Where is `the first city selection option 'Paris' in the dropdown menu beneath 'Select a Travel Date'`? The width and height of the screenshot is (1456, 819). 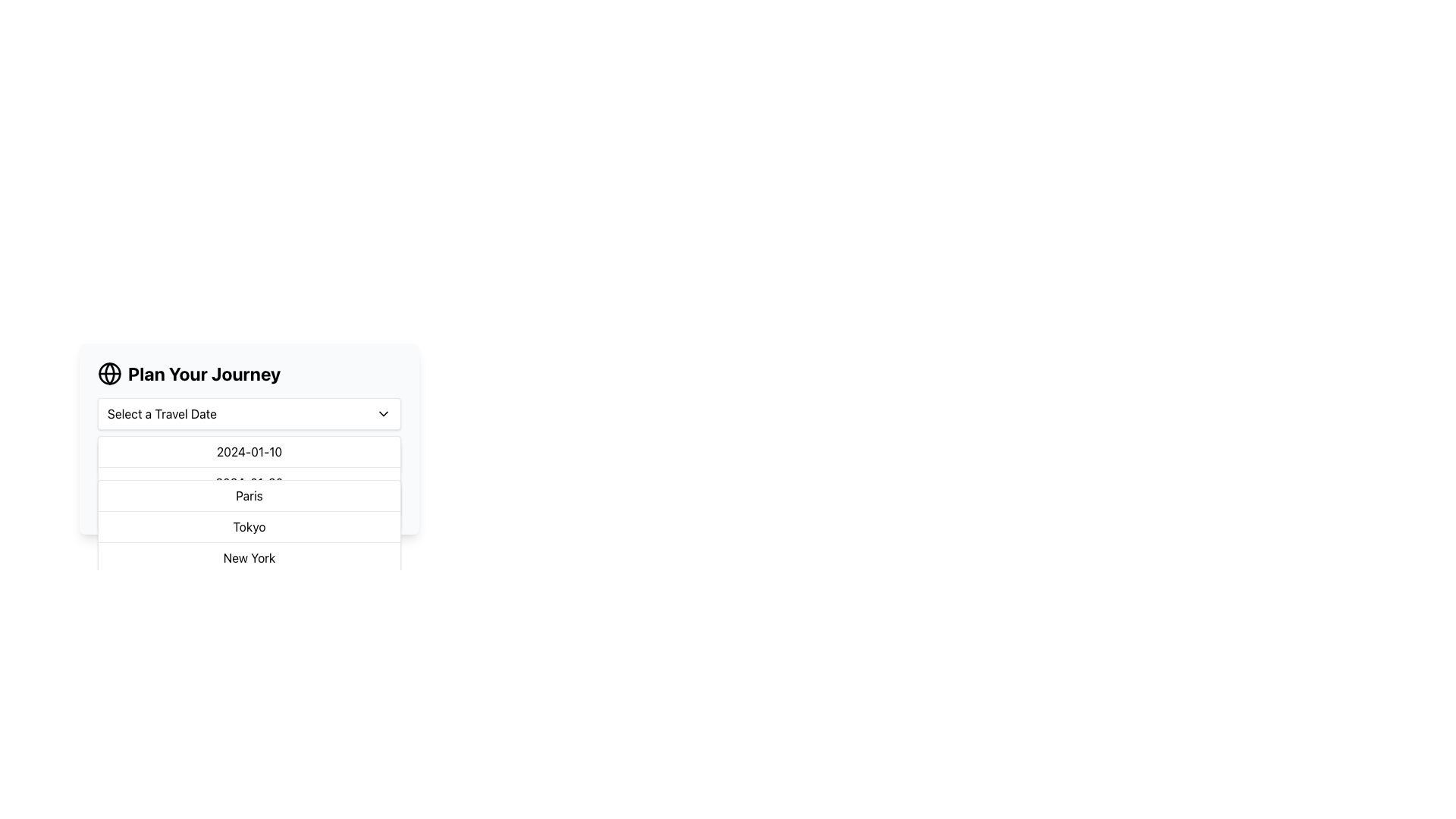
the first city selection option 'Paris' in the dropdown menu beneath 'Select a Travel Date' is located at coordinates (249, 496).